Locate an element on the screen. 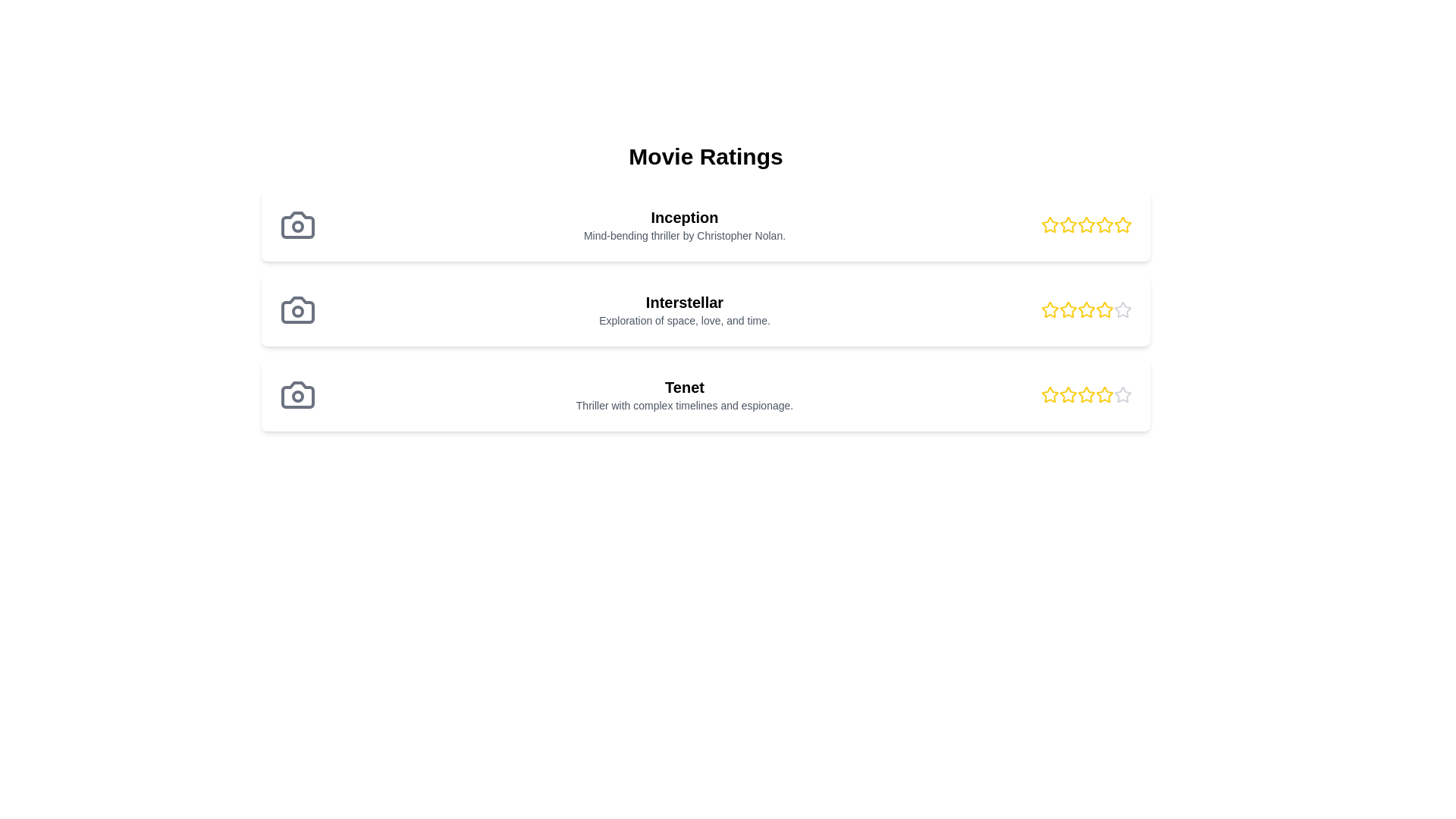  the fifth star icon in the rating system for the 'Inception' movie is located at coordinates (1105, 225).